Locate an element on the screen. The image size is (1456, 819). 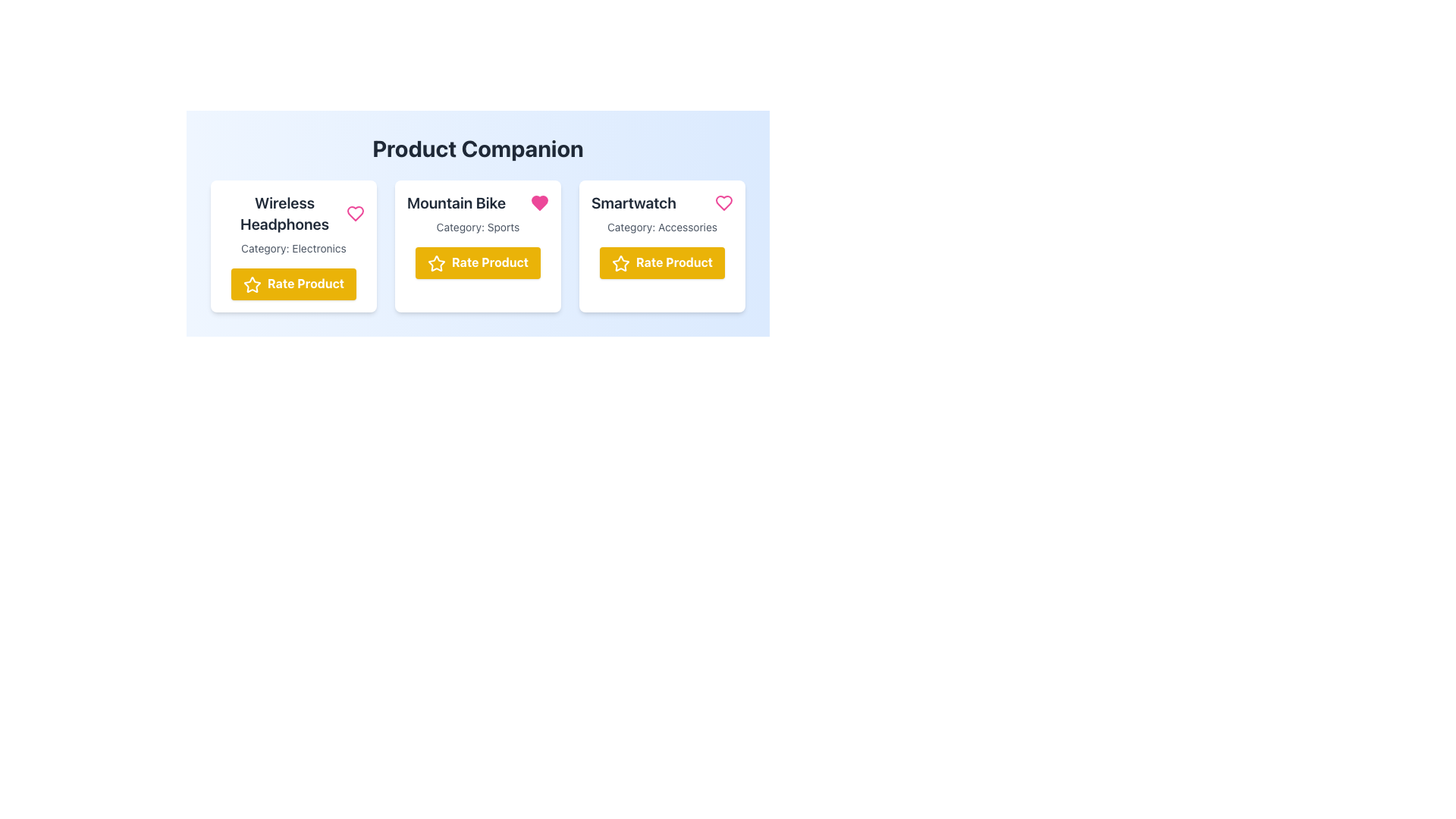
the 'Smartwatch' product card, which includes a button for rating and an icon, located at the far right of the row of three cards is located at coordinates (662, 245).